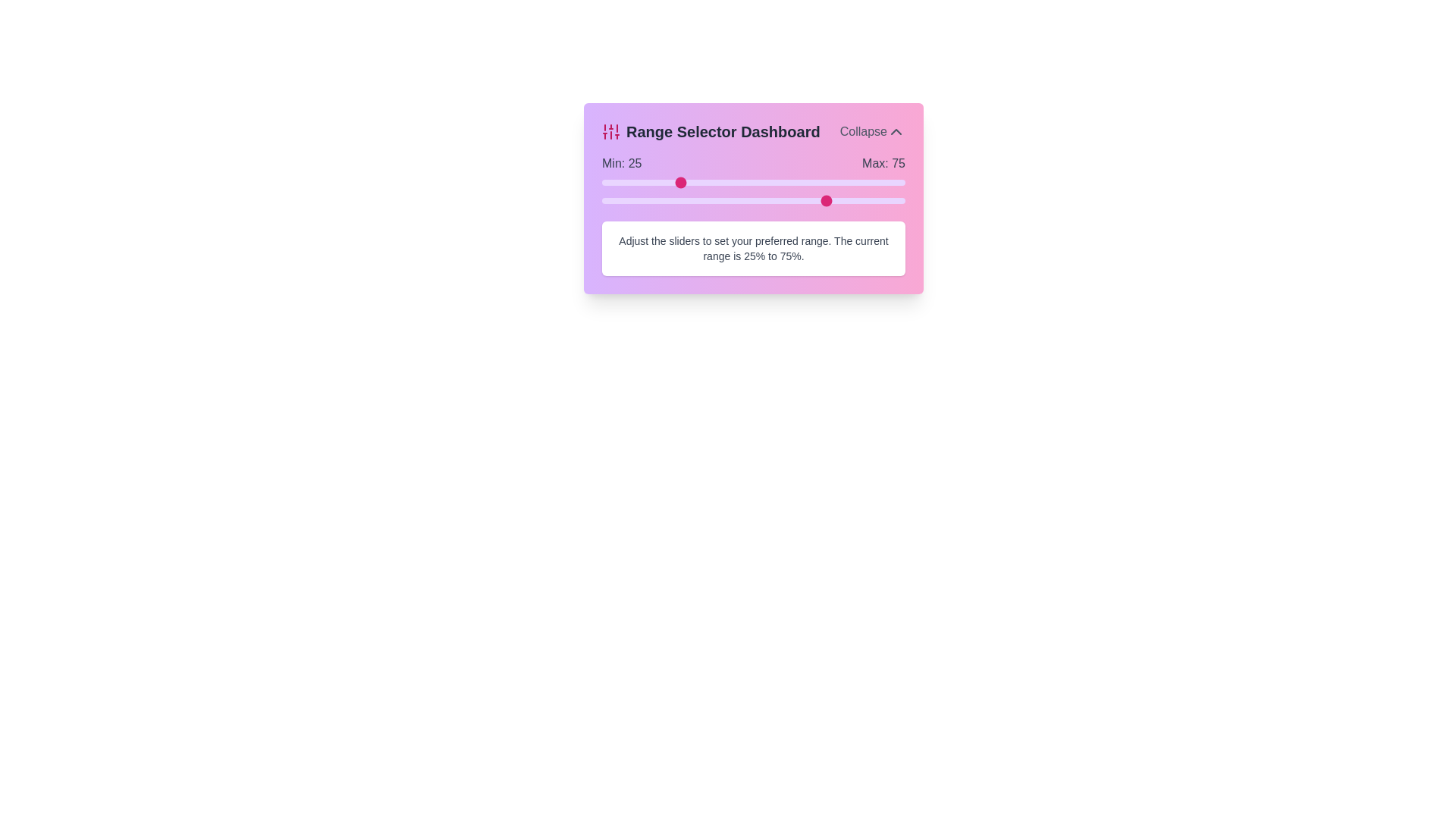 The image size is (1456, 819). Describe the element at coordinates (899, 200) in the screenshot. I see `the maximum range slider to 98%` at that location.